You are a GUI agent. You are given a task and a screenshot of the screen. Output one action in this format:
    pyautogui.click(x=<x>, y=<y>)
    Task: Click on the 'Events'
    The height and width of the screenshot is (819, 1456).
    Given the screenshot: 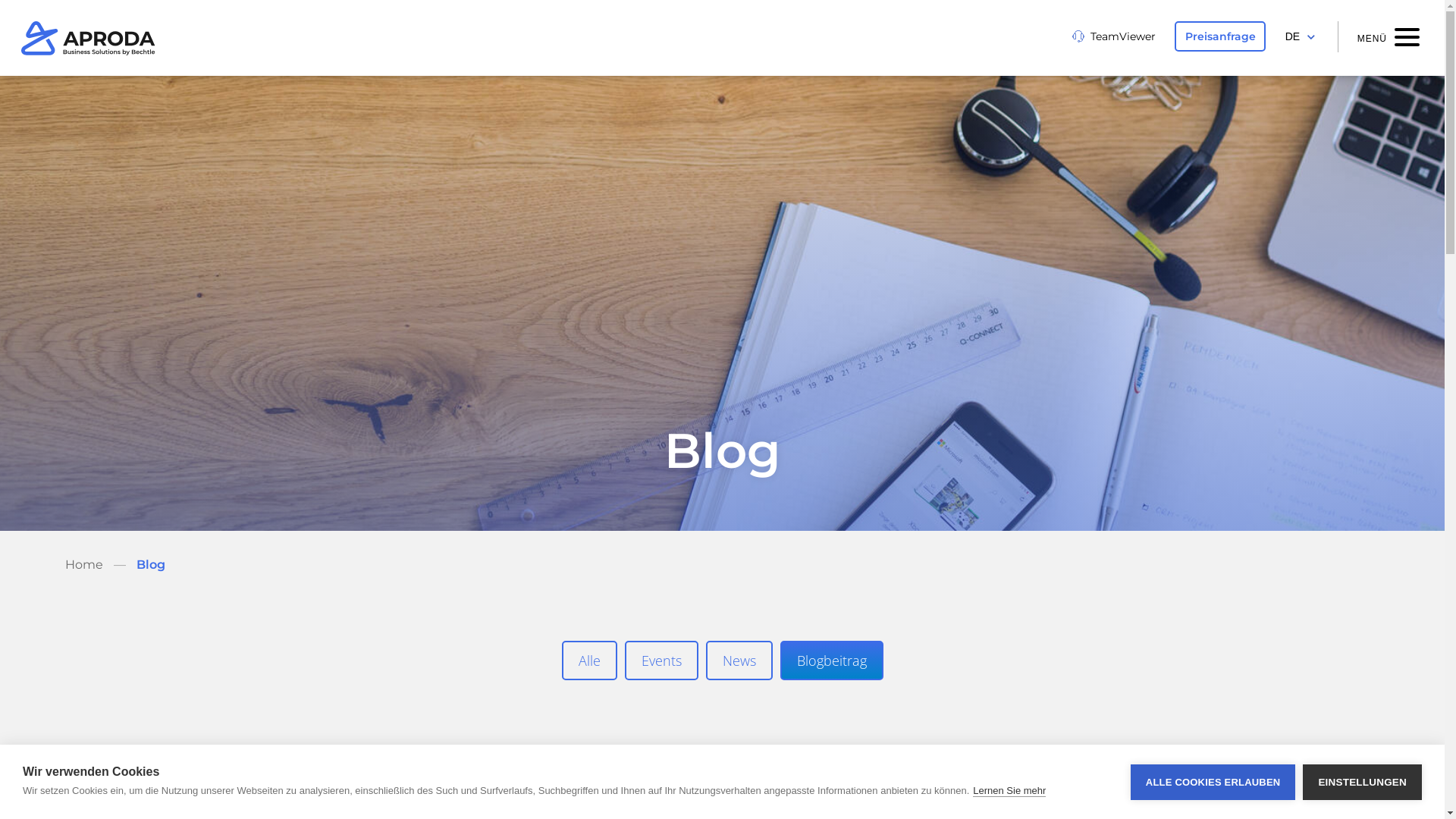 What is the action you would take?
    pyautogui.click(x=661, y=660)
    